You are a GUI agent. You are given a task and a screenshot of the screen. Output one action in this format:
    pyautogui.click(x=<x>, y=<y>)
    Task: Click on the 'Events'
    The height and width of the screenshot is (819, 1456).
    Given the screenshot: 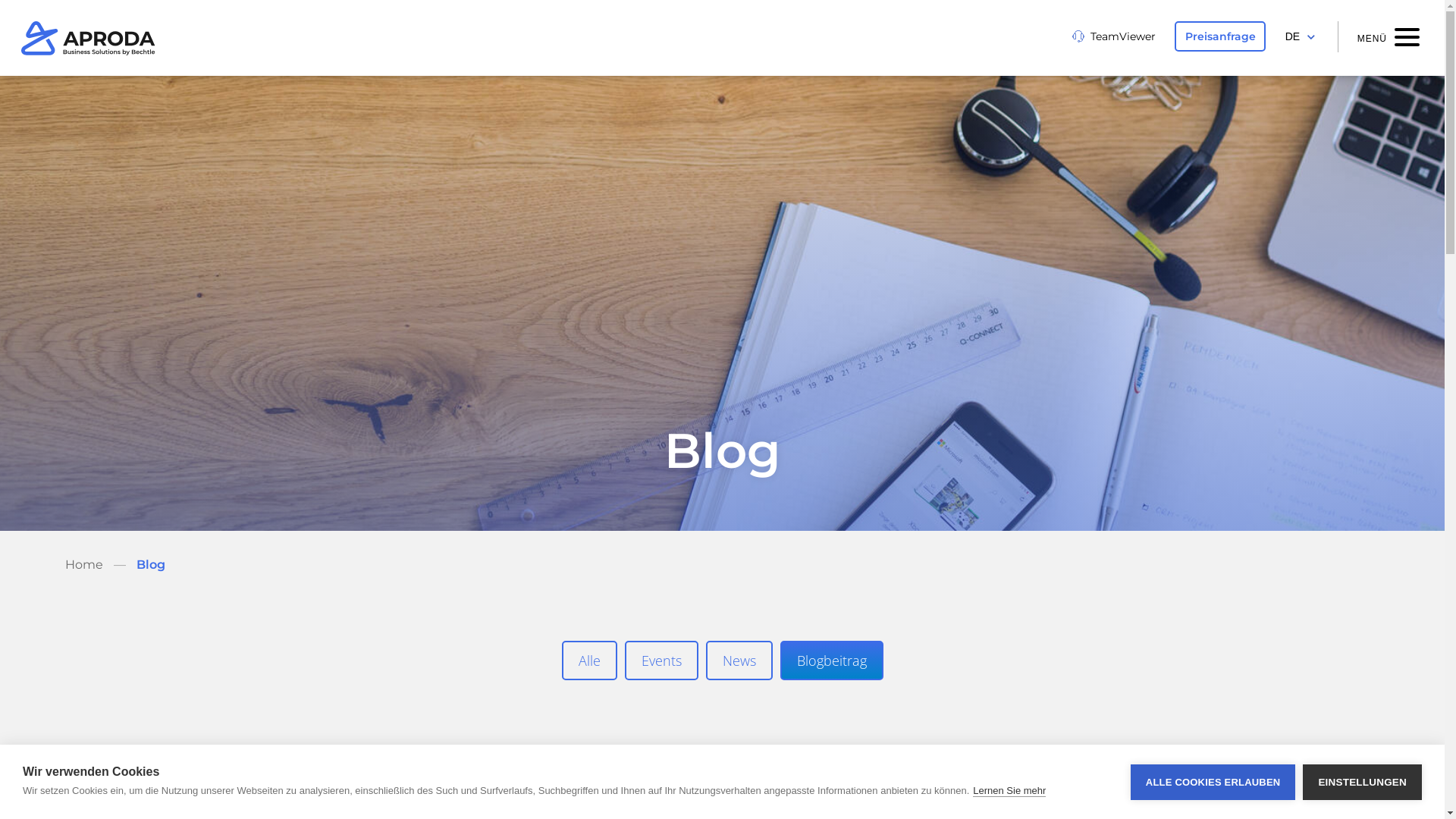 What is the action you would take?
    pyautogui.click(x=661, y=660)
    